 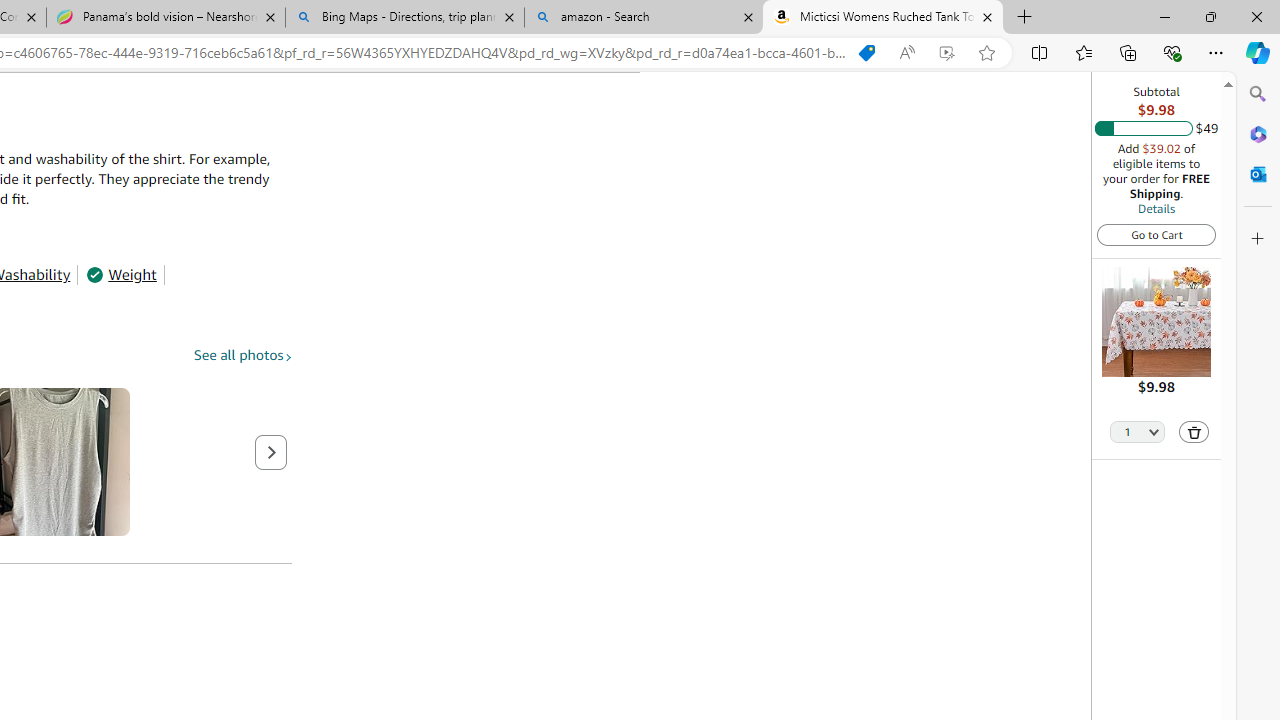 I want to click on 'amazon - Search', so click(x=643, y=17).